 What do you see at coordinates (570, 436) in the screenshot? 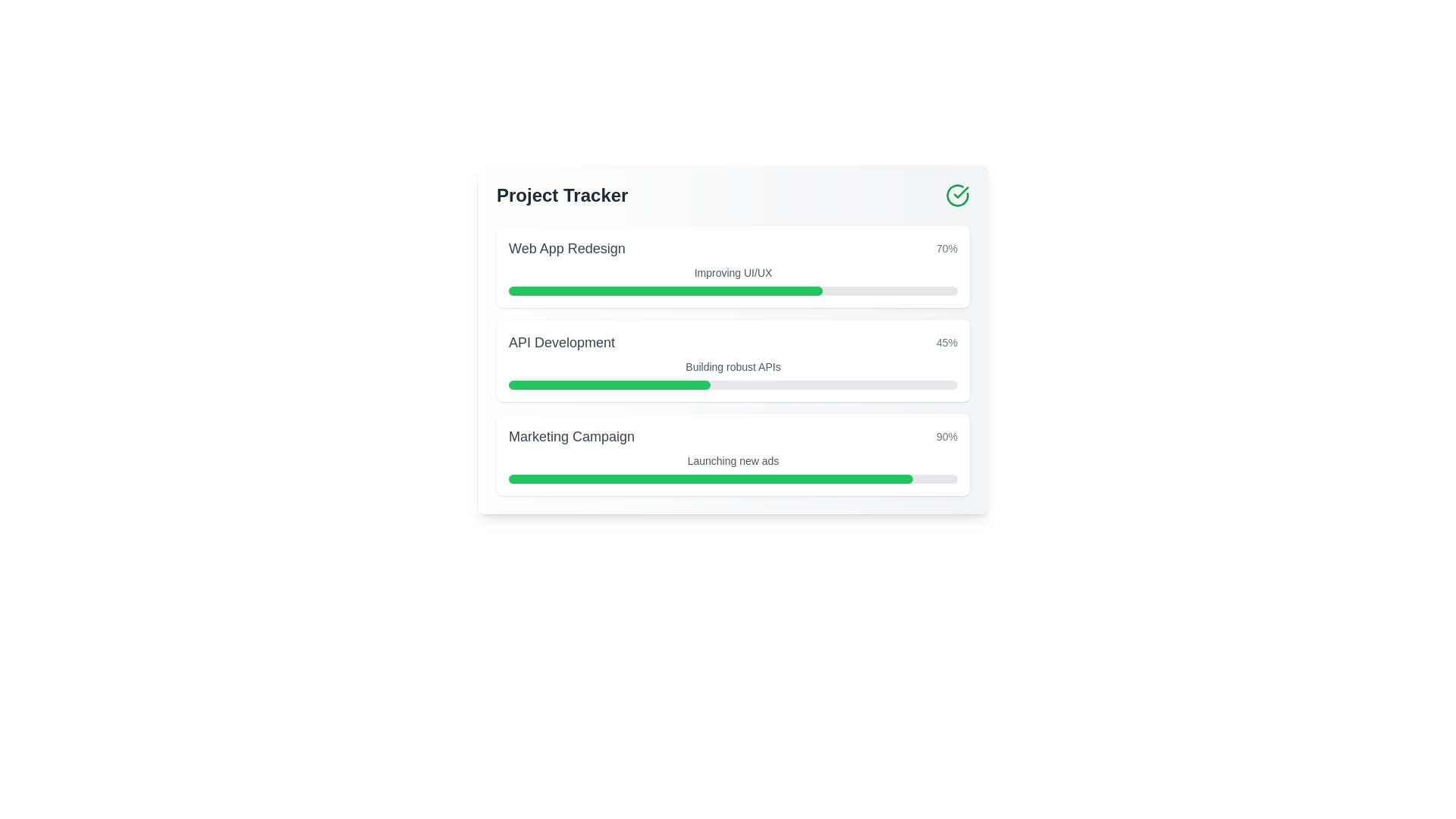
I see `the text label or heading that serves as a title for a task in the bottom task section of the project tracker interface` at bounding box center [570, 436].